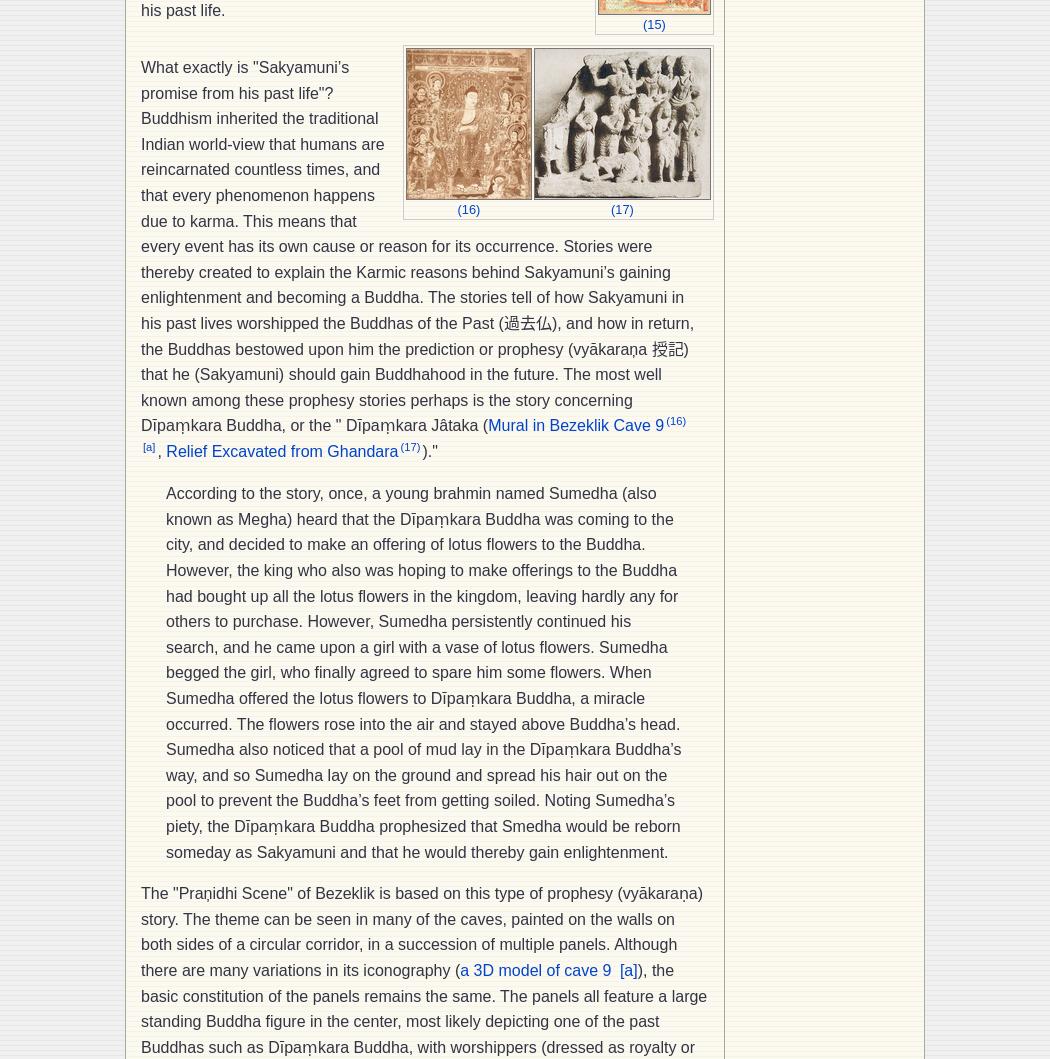  What do you see at coordinates (156, 451) in the screenshot?
I see `','` at bounding box center [156, 451].